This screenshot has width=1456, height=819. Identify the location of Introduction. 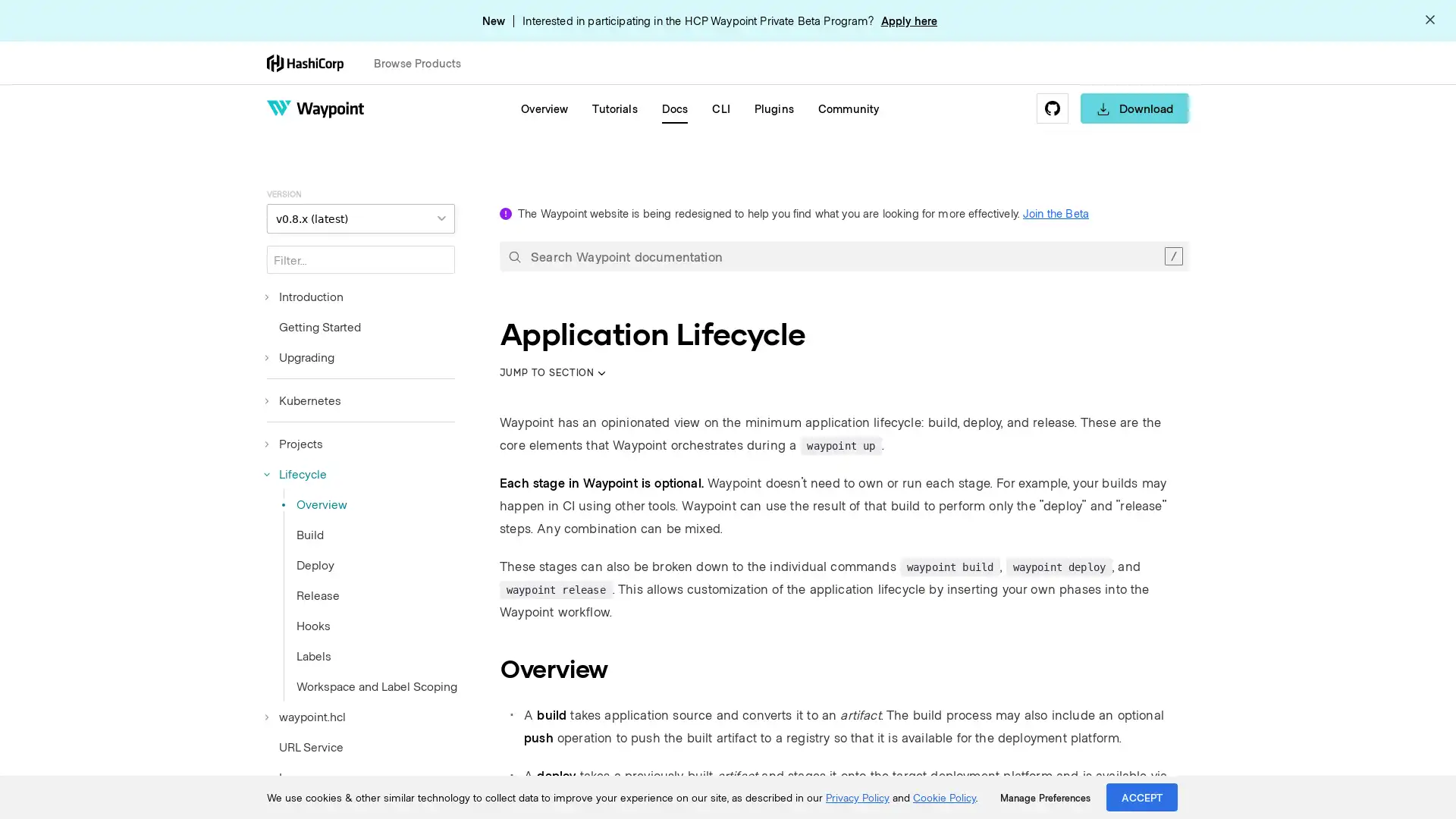
(304, 296).